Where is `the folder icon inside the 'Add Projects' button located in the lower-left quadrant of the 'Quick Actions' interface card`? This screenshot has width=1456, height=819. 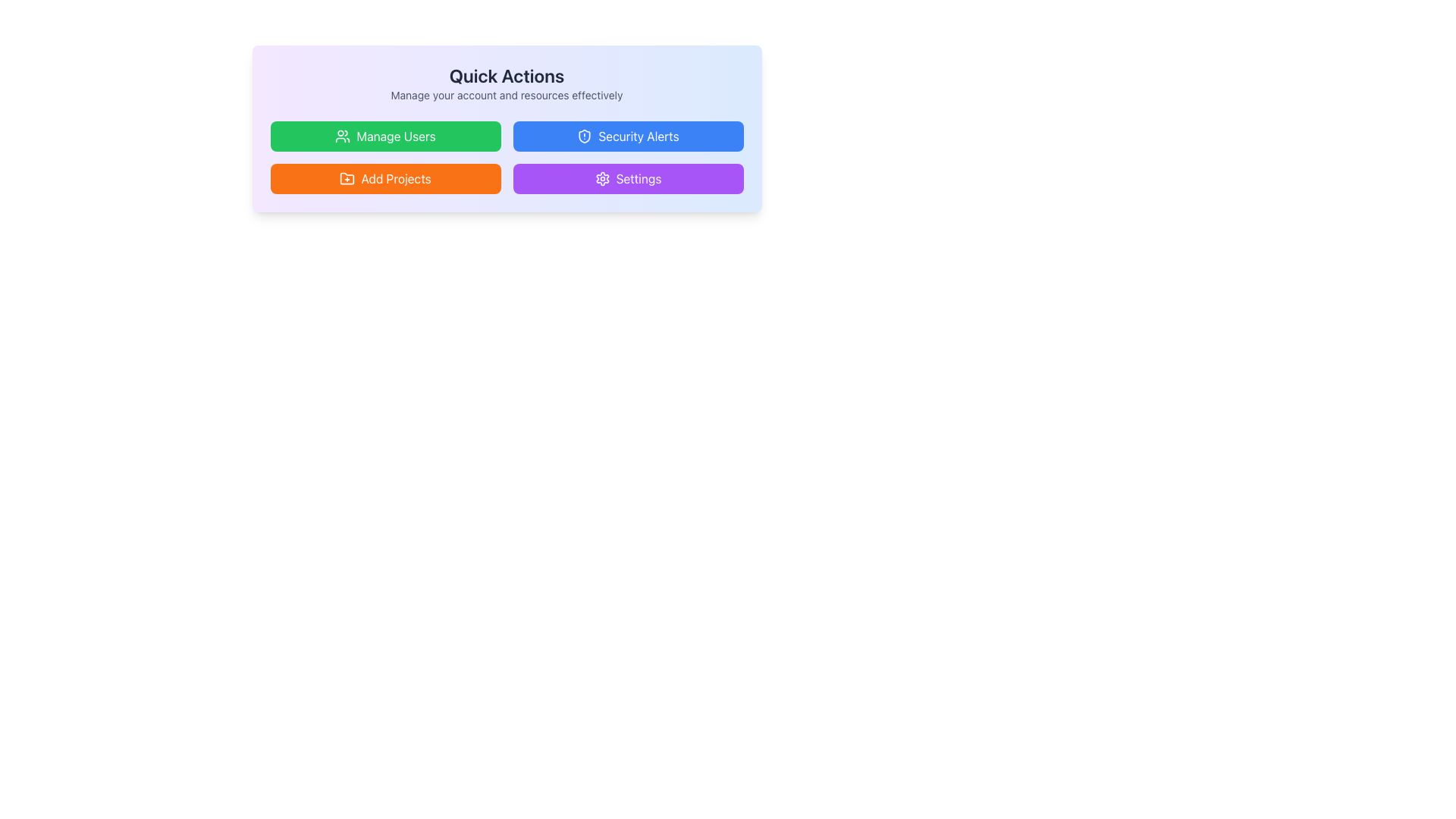
the folder icon inside the 'Add Projects' button located in the lower-left quadrant of the 'Quick Actions' interface card is located at coordinates (347, 177).